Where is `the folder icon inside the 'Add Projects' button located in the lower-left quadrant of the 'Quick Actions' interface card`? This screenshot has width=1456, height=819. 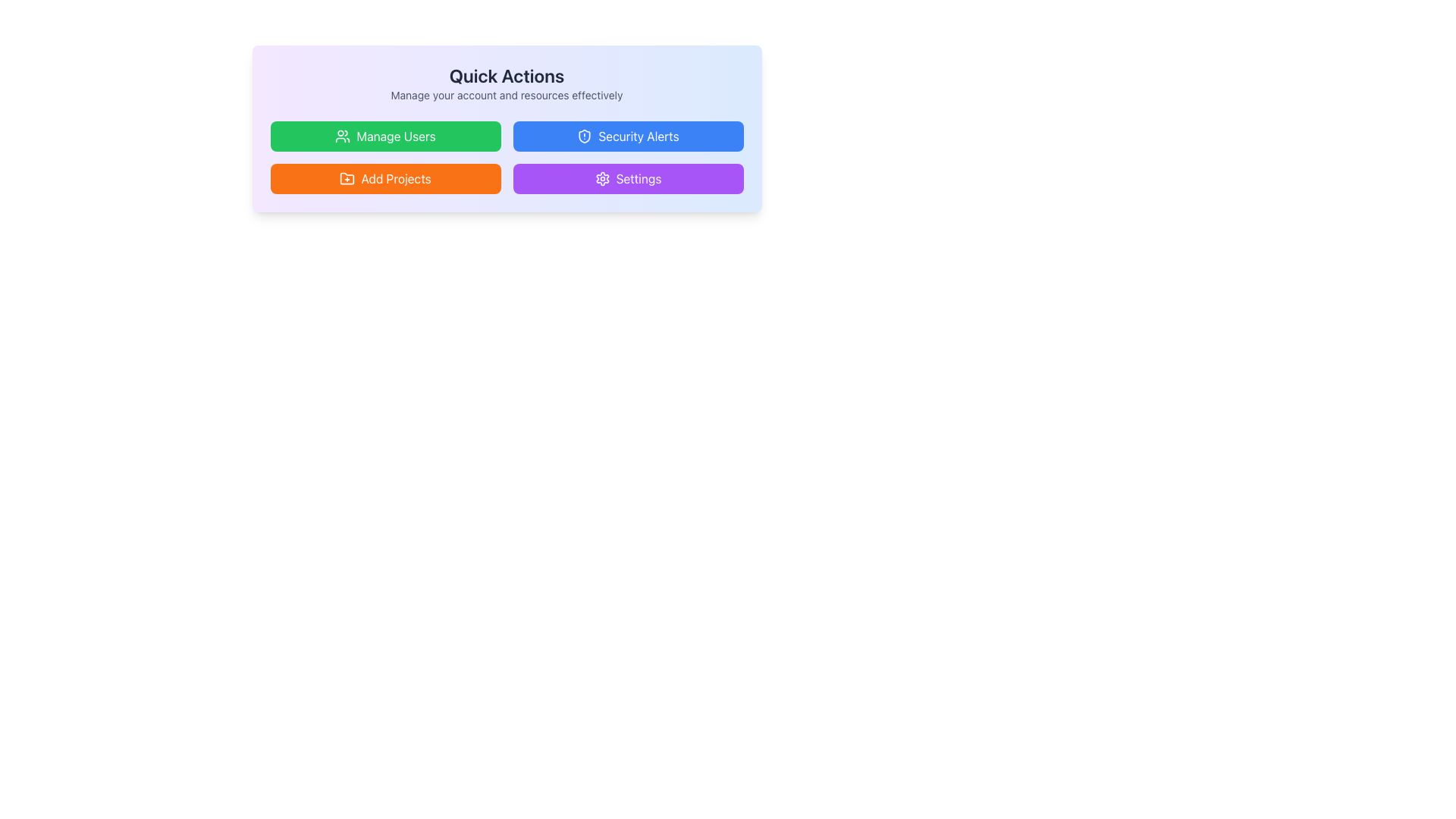
the folder icon inside the 'Add Projects' button located in the lower-left quadrant of the 'Quick Actions' interface card is located at coordinates (347, 177).